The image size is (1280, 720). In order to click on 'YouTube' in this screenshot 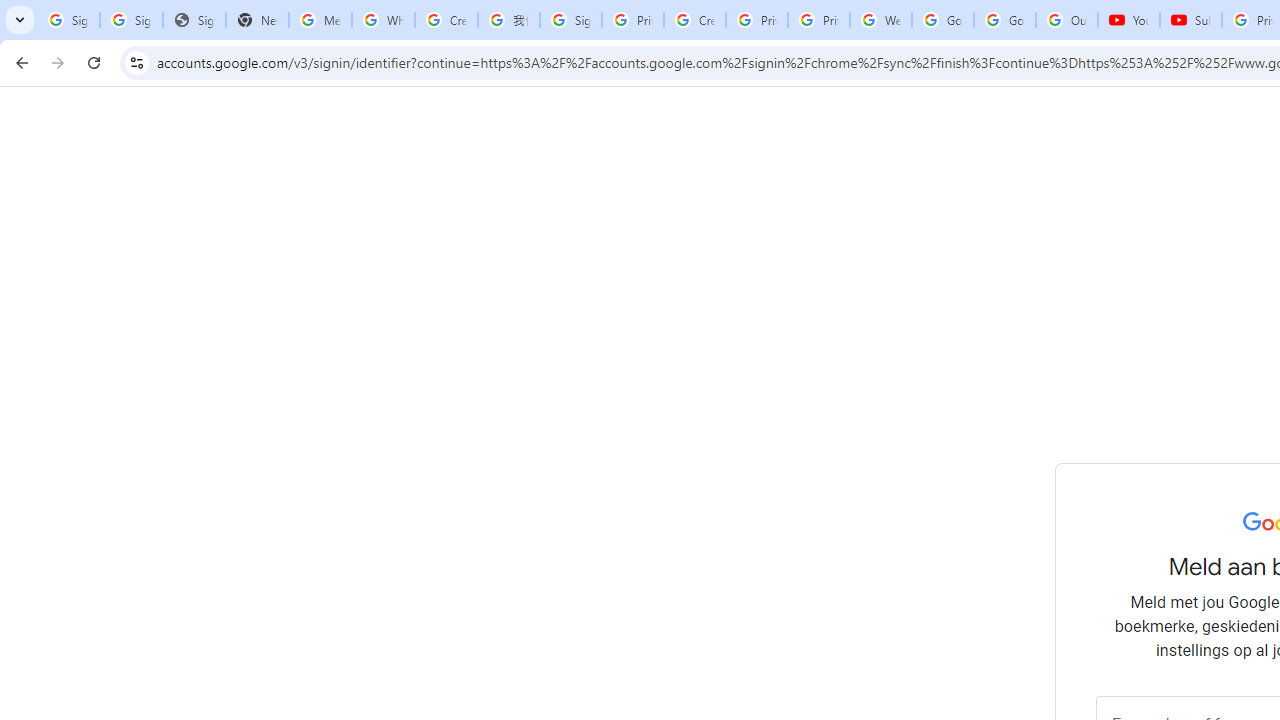, I will do `click(1128, 20)`.